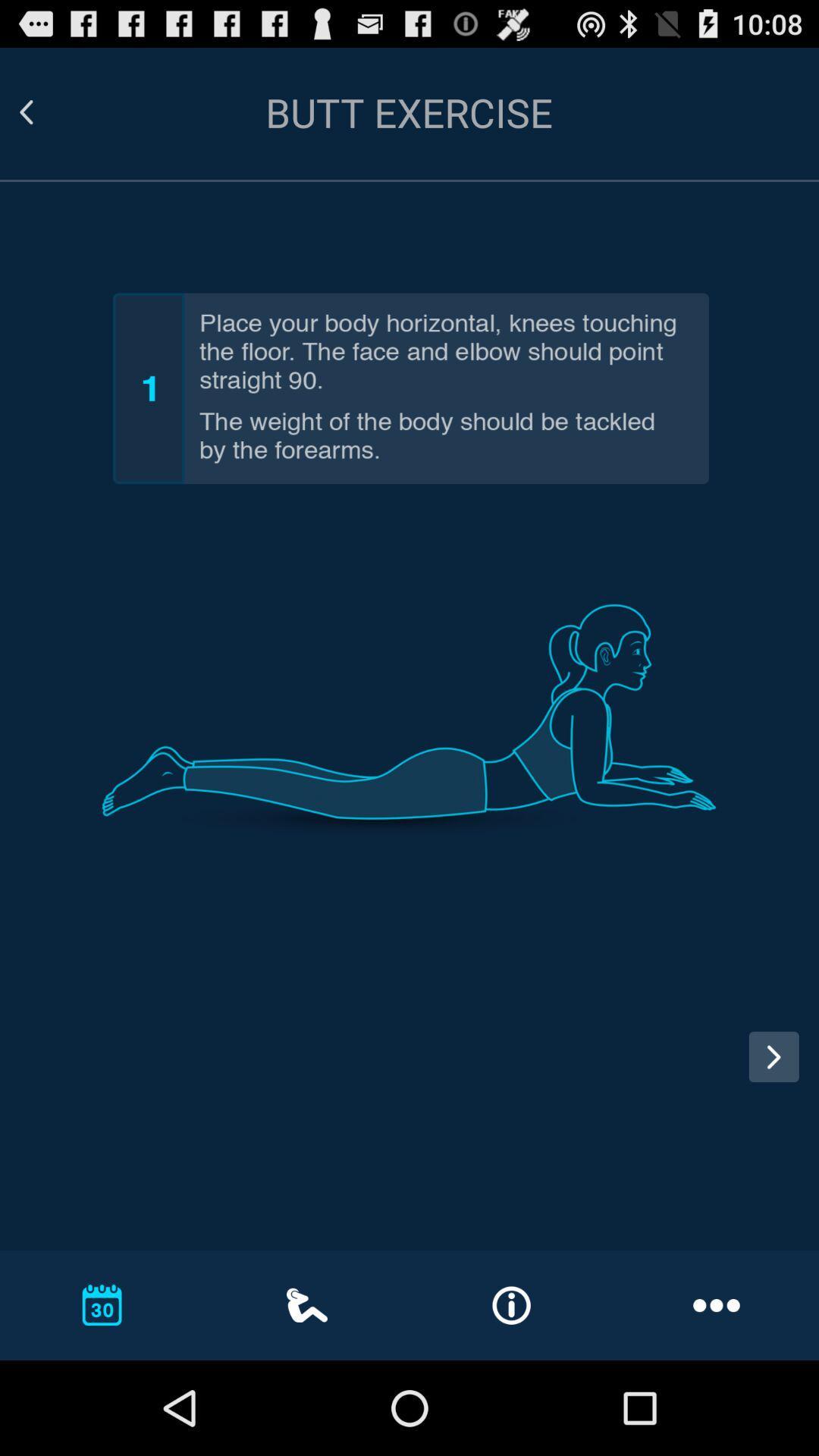 The height and width of the screenshot is (1456, 819). What do you see at coordinates (779, 1147) in the screenshot?
I see `the arrow_forward icon` at bounding box center [779, 1147].